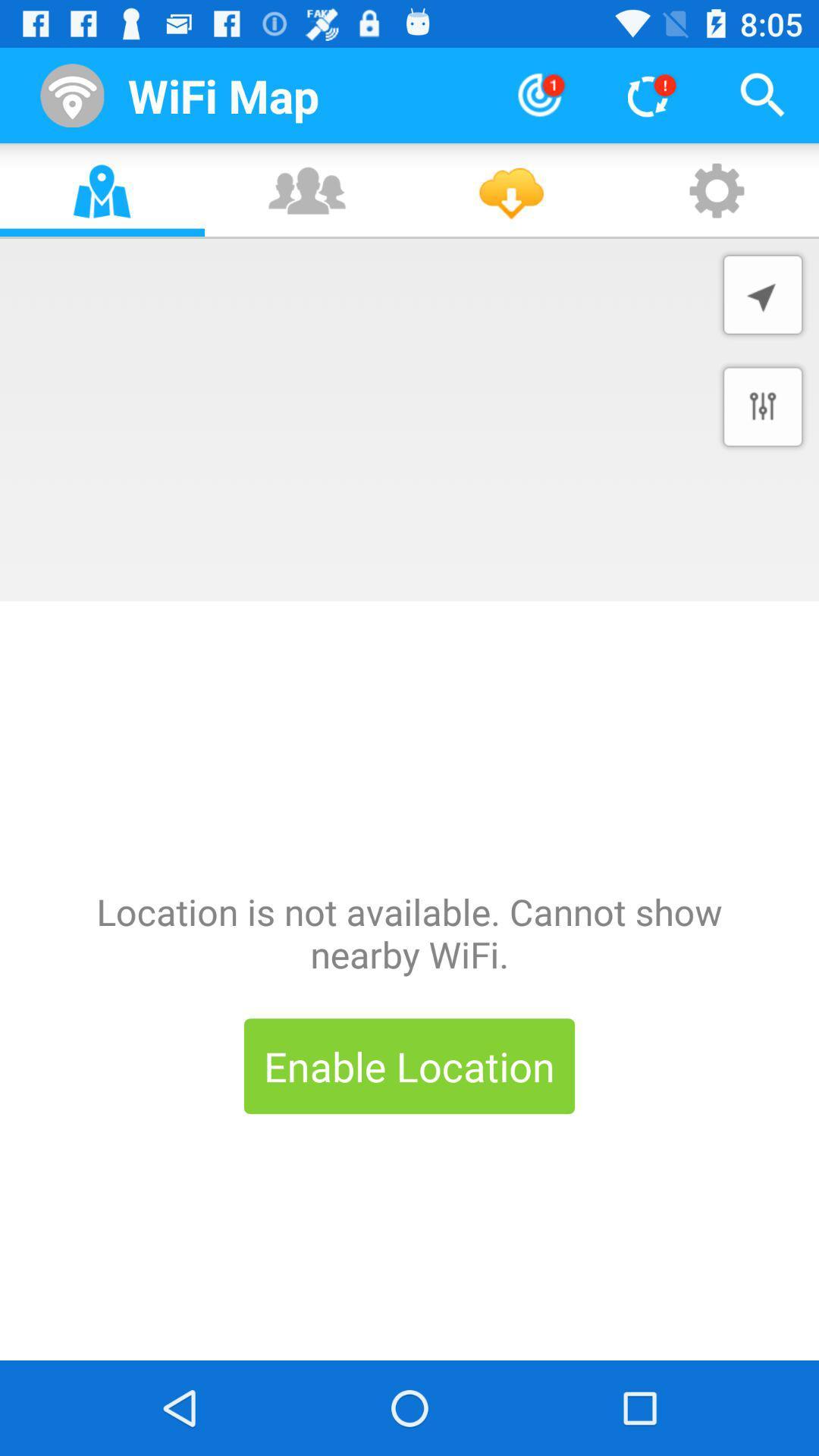 This screenshot has width=819, height=1456. I want to click on icon below the location is not icon, so click(409, 1065).